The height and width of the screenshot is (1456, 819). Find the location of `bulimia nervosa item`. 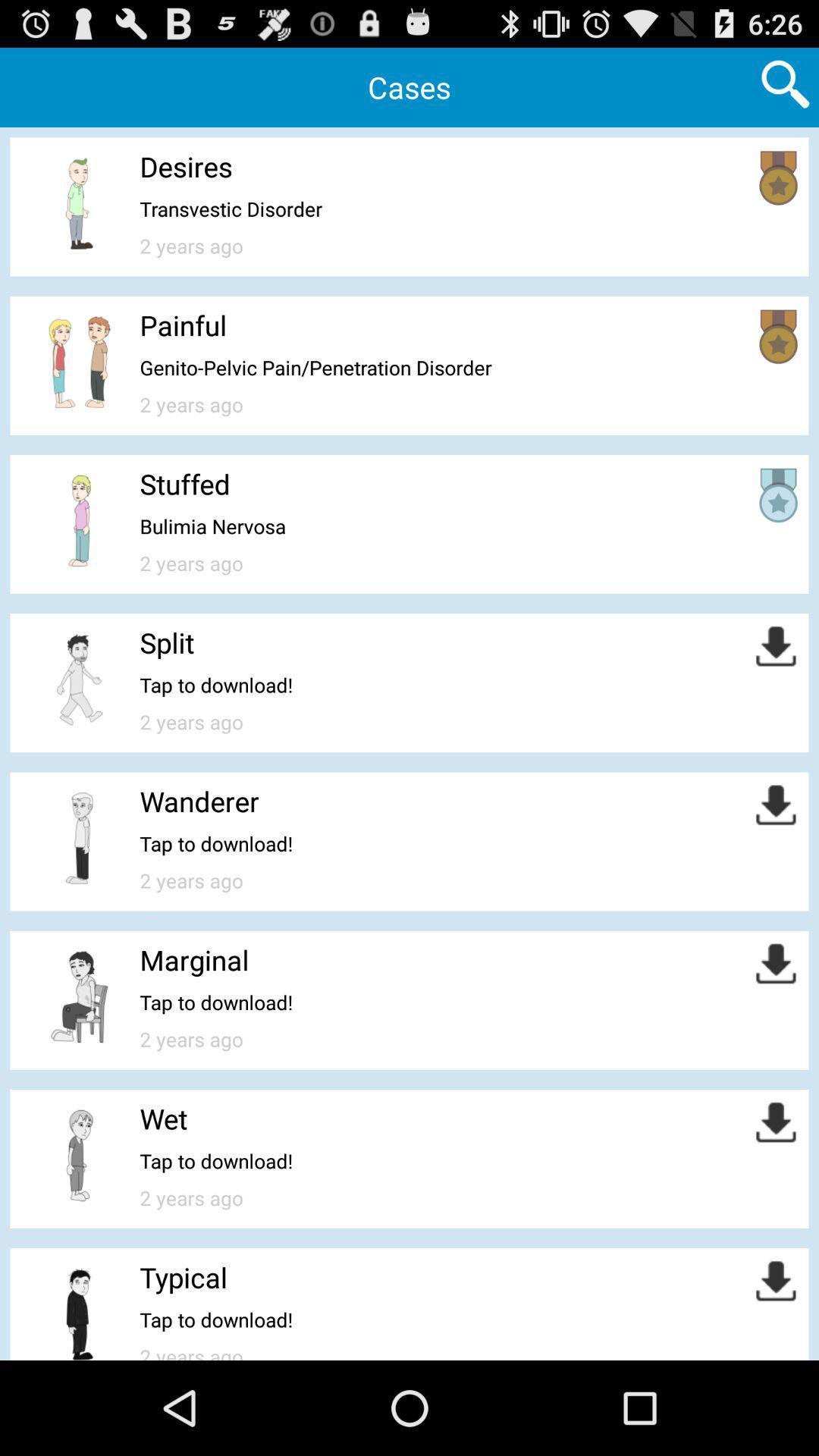

bulimia nervosa item is located at coordinates (212, 526).